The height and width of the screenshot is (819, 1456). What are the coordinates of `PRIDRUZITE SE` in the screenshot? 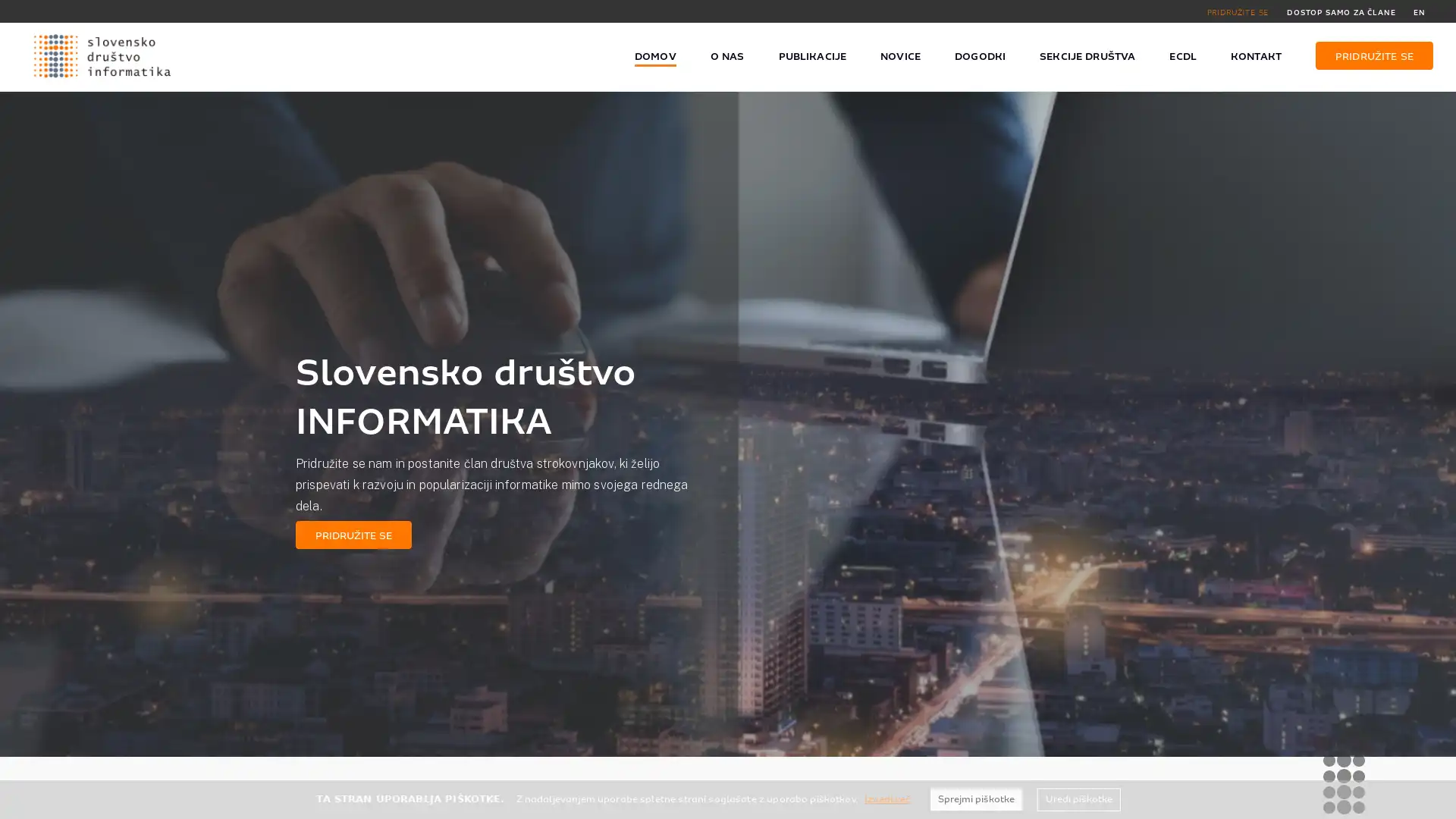 It's located at (353, 534).